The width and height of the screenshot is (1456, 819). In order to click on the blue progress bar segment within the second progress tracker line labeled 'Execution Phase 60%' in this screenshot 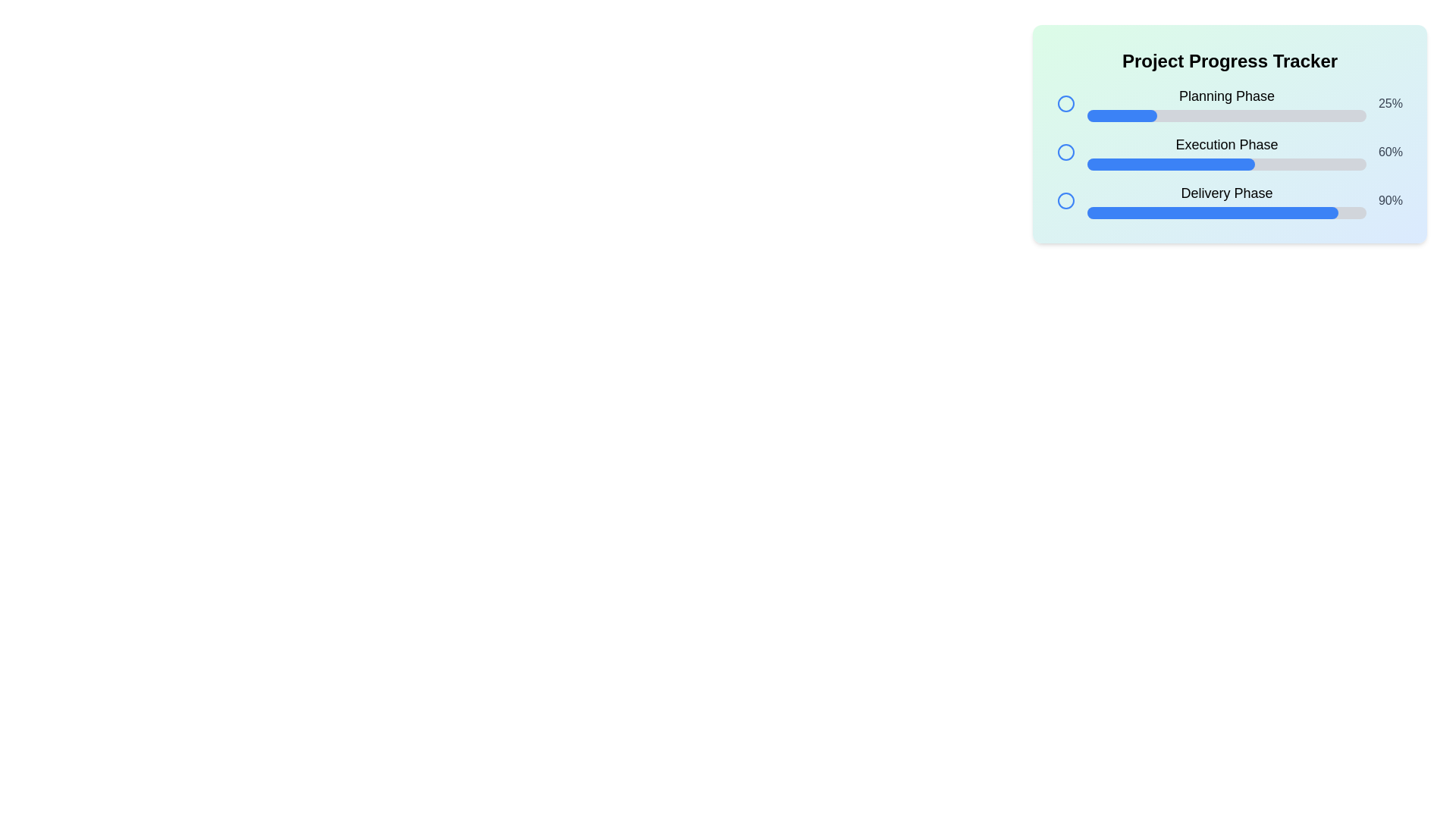, I will do `click(1170, 164)`.